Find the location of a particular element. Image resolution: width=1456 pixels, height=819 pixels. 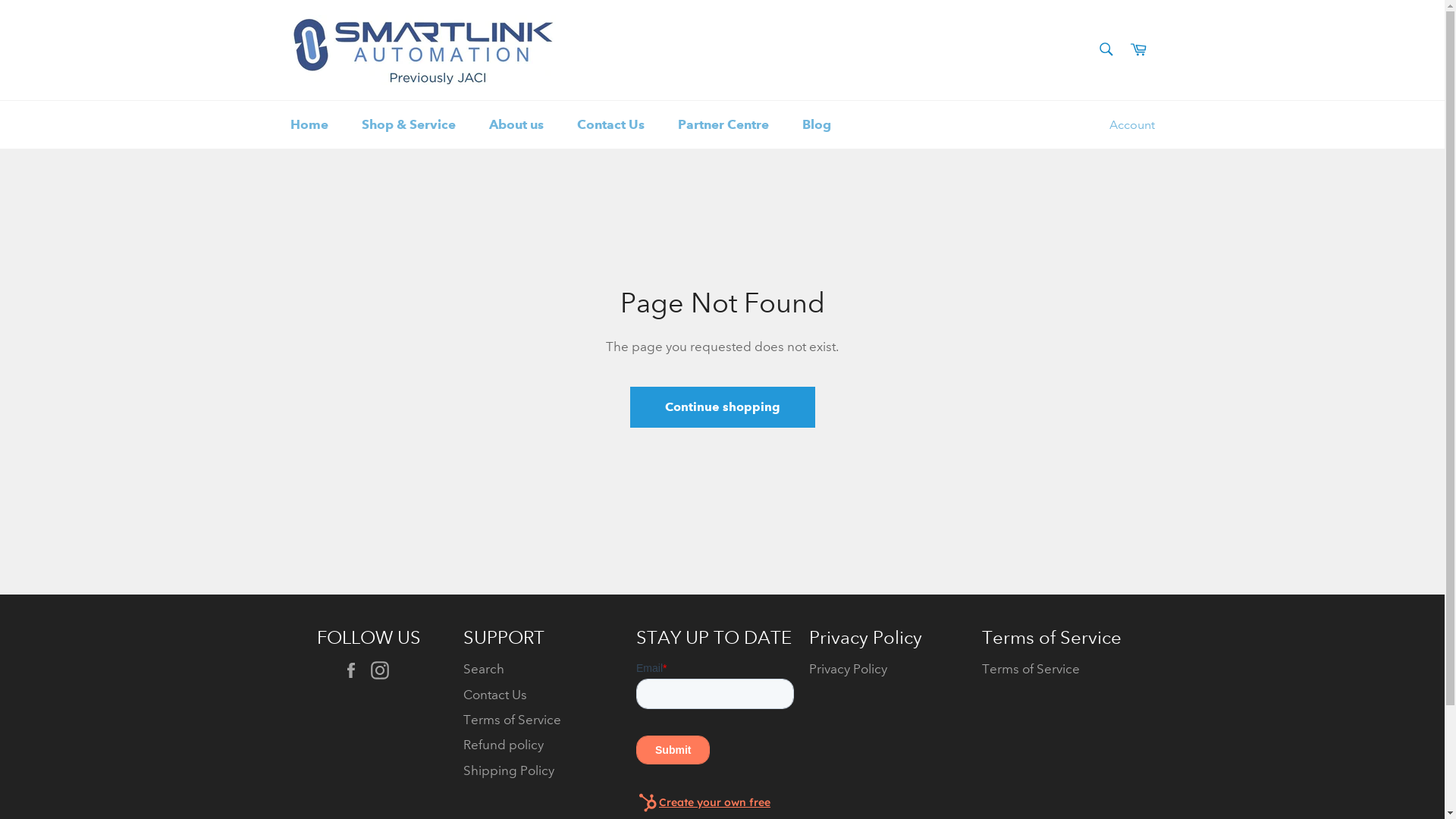

'Partner Centre' is located at coordinates (723, 124).